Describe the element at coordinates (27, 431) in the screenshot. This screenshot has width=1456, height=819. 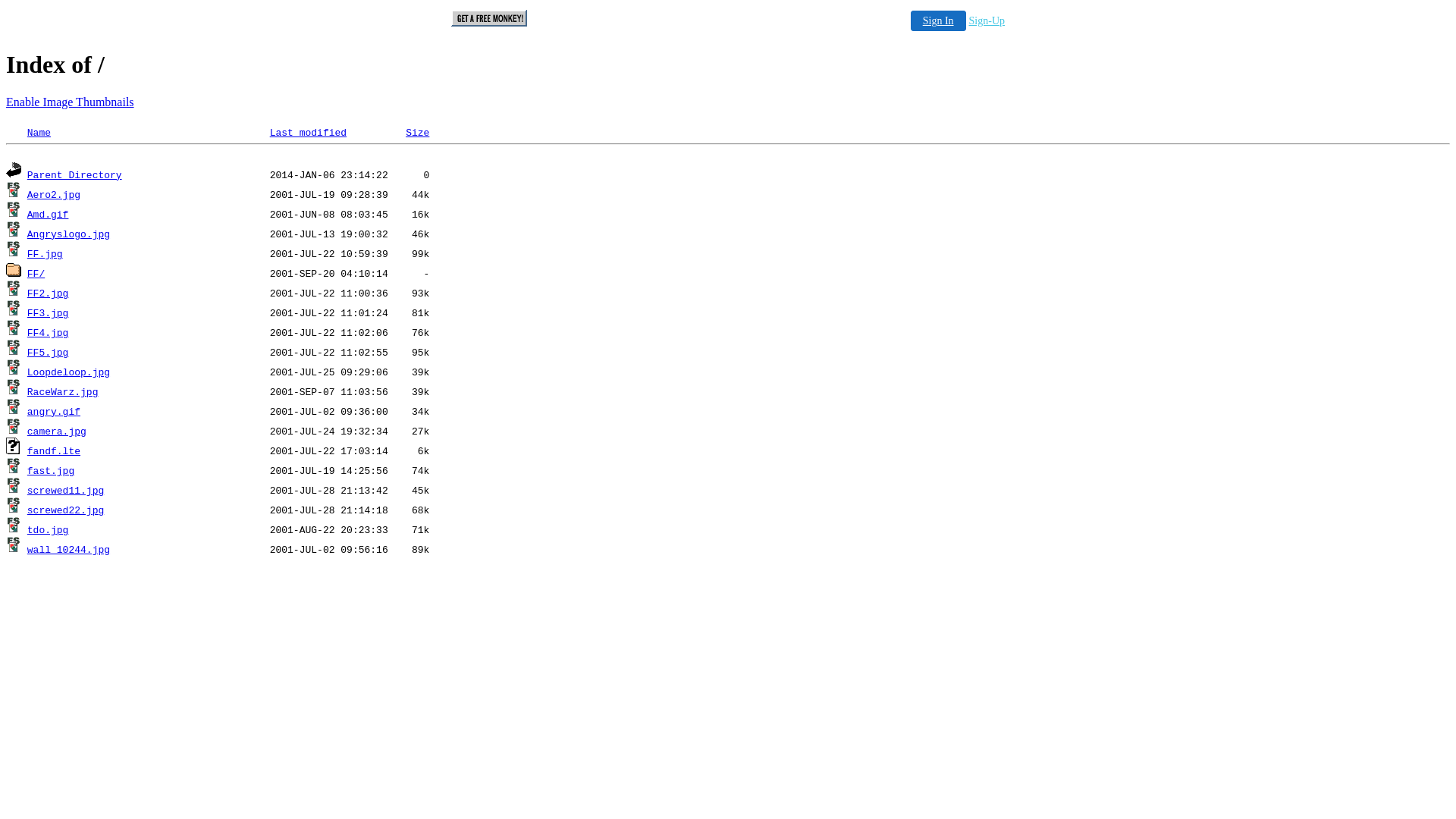
I see `'camera.jpg'` at that location.